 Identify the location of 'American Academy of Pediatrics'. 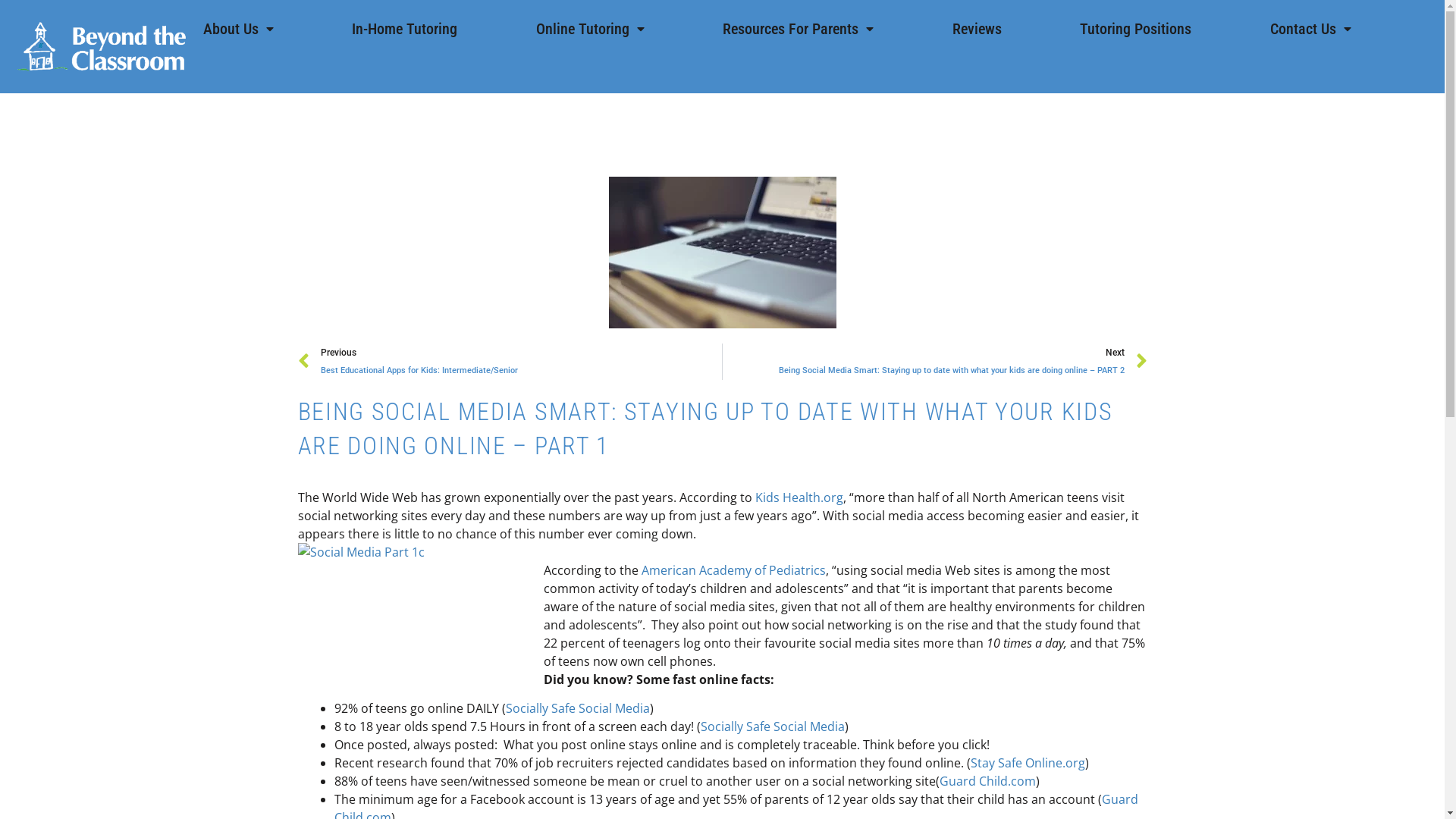
(733, 570).